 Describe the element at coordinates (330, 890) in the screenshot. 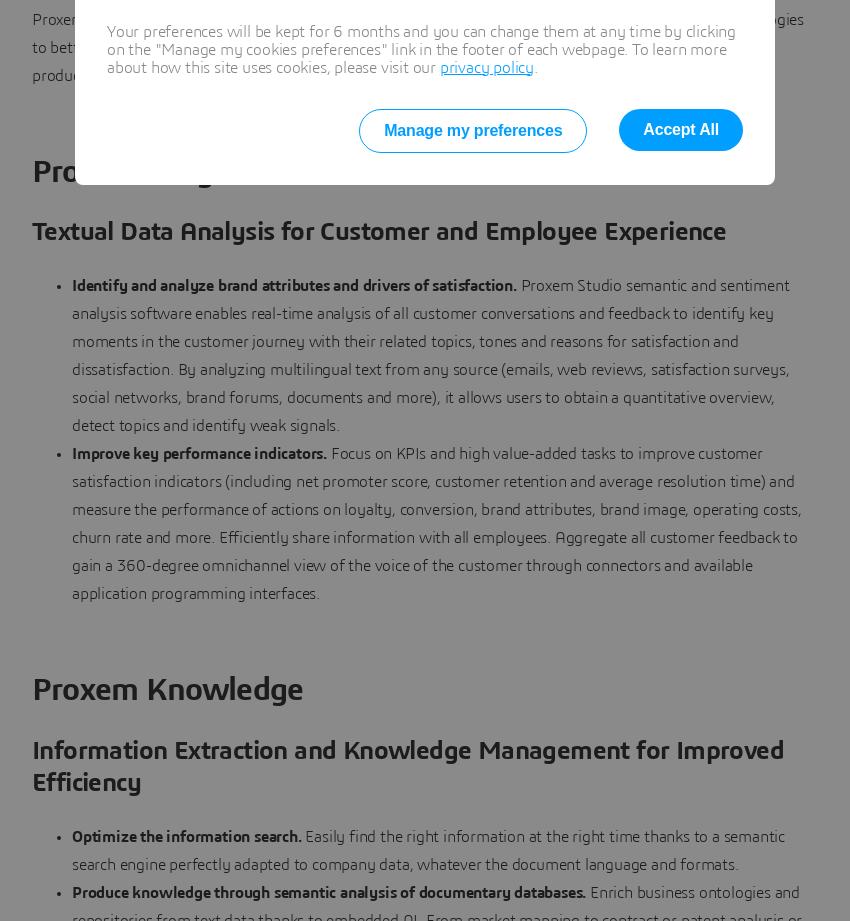

I see `'Produce knowledge through semantic analysis of documentary databases.'` at that location.